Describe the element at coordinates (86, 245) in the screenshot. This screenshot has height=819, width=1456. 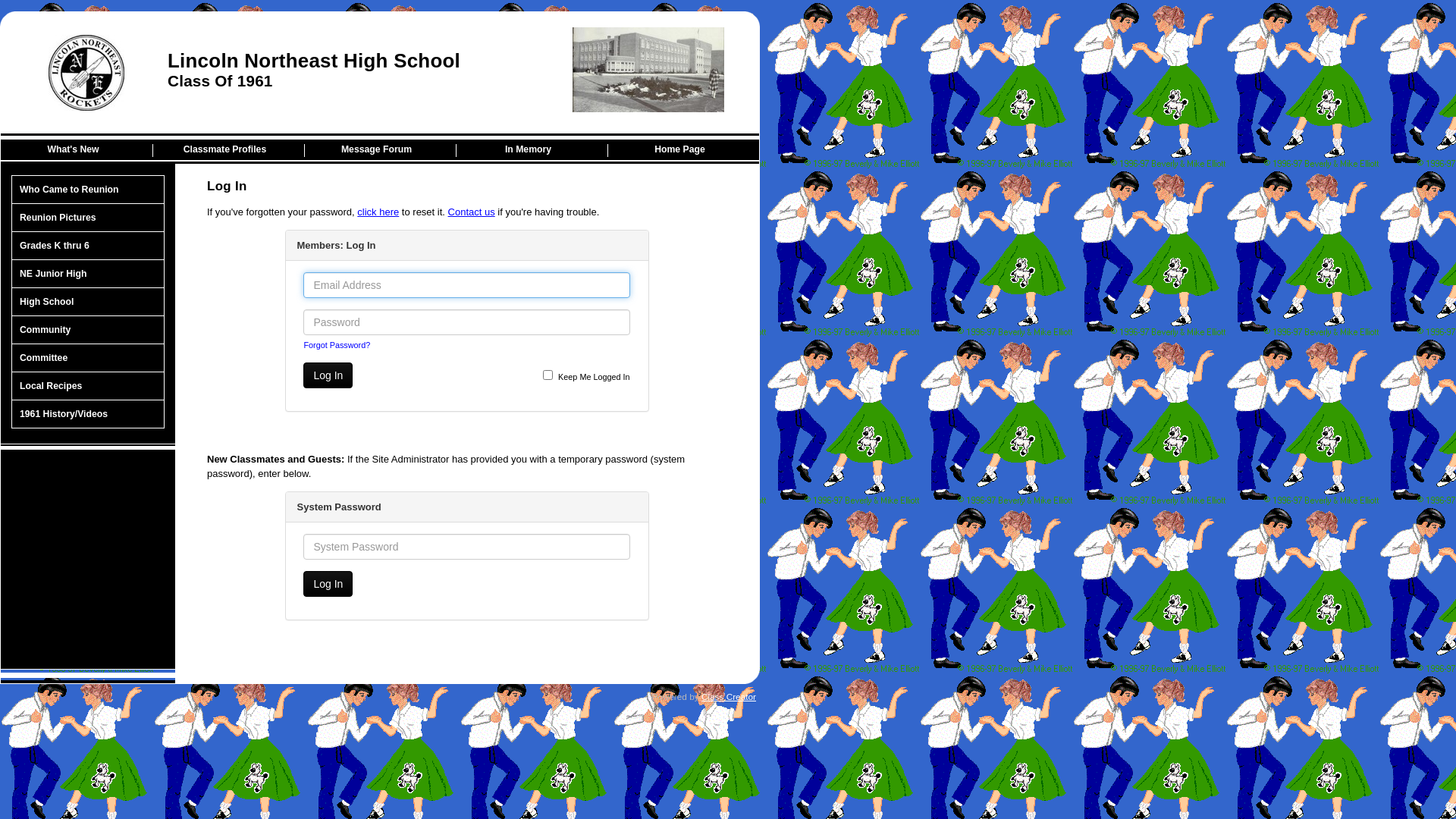
I see `'Grades K thru 6'` at that location.